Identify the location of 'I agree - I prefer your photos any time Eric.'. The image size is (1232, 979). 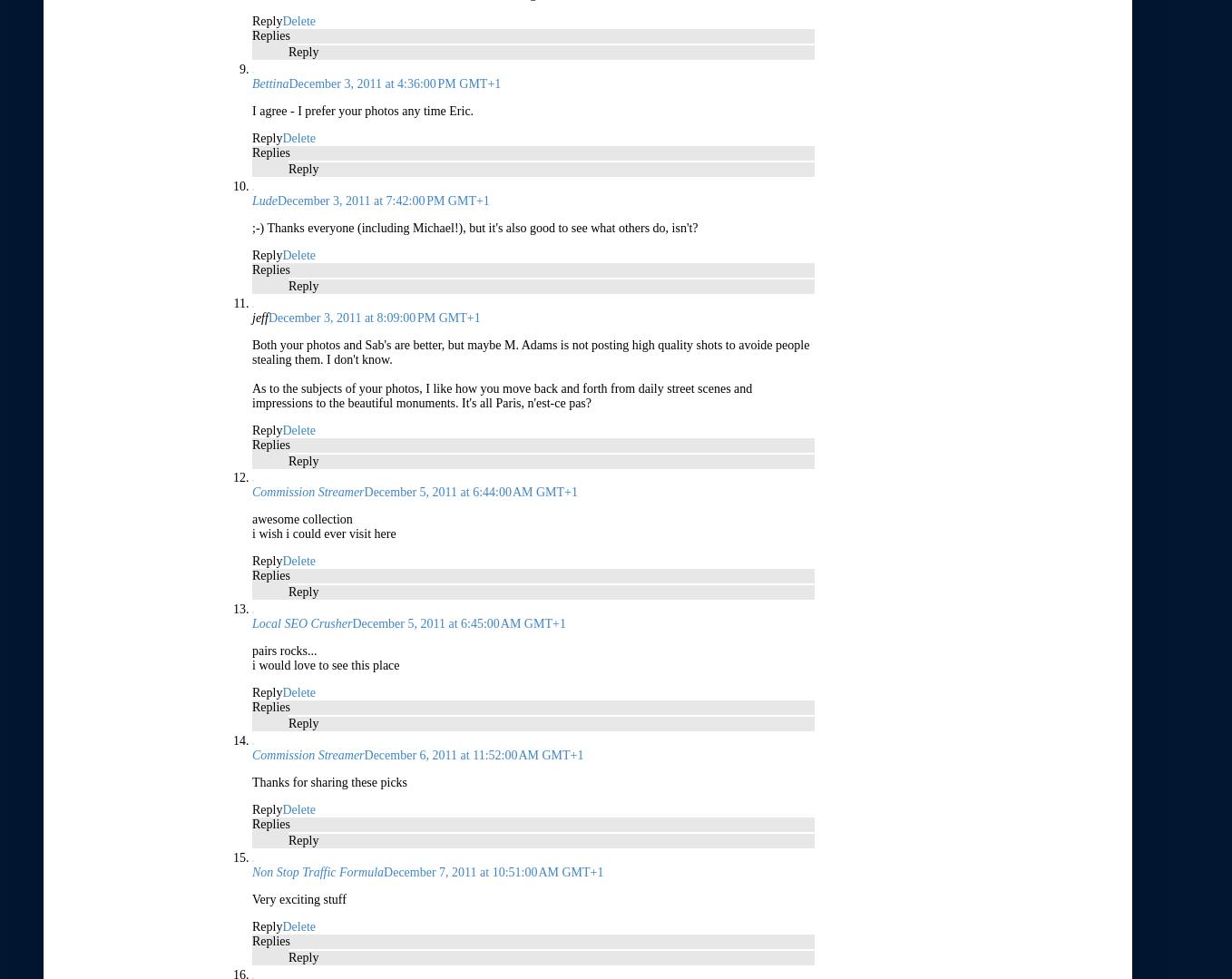
(362, 110).